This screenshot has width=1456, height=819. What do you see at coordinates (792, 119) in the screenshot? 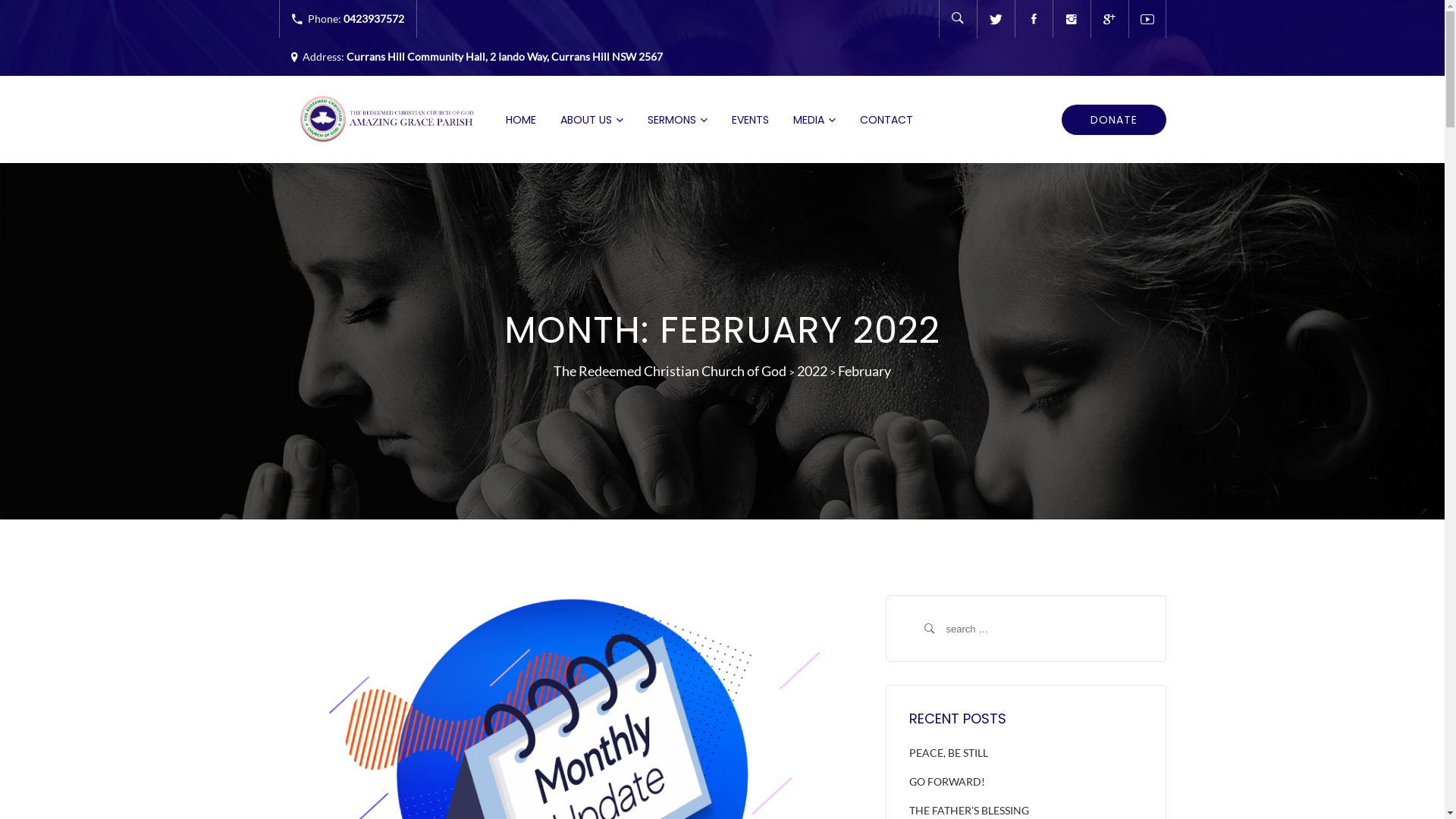
I see `'MEDIA'` at bounding box center [792, 119].